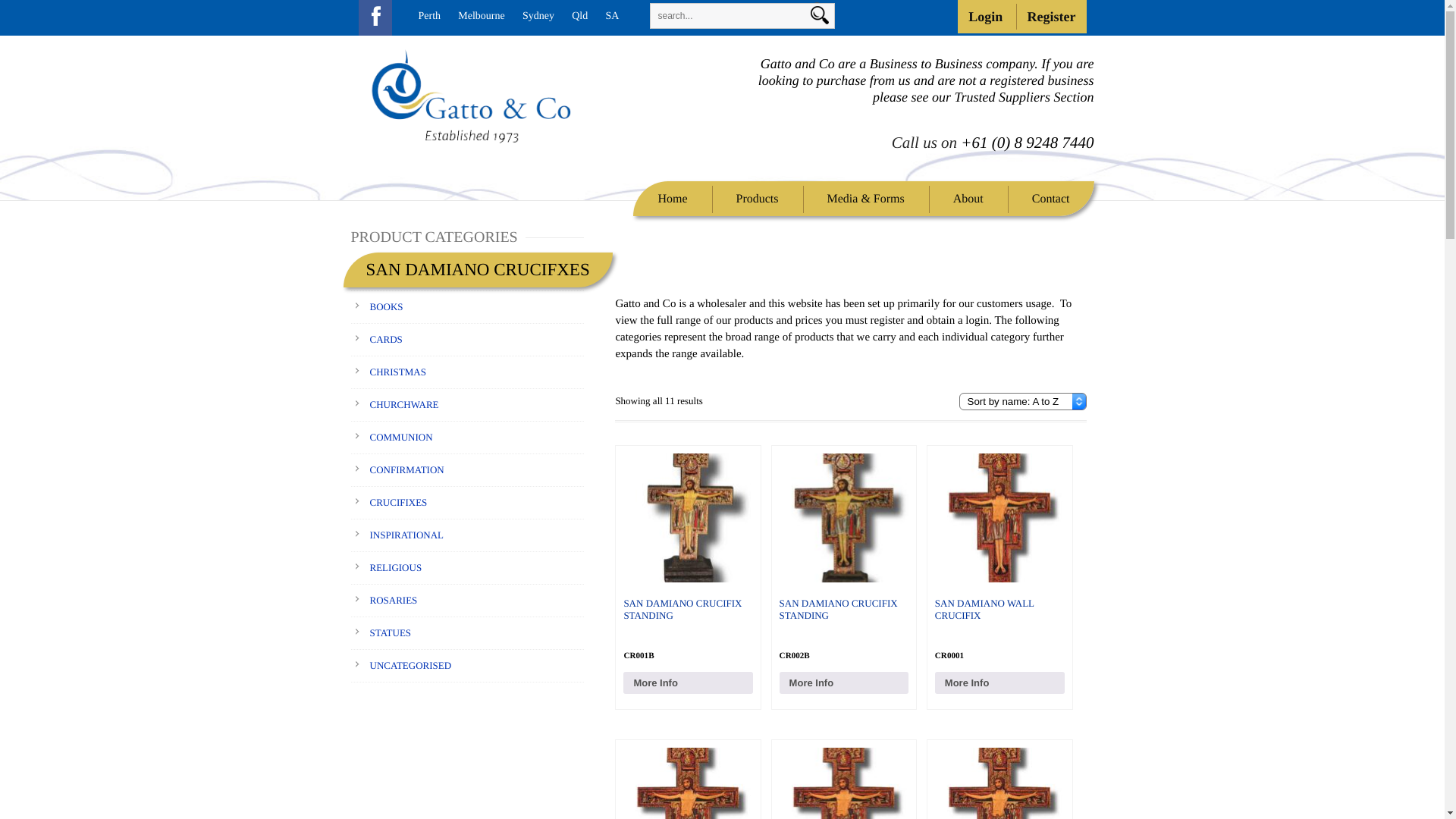 The image size is (1456, 819). Describe the element at coordinates (391, 632) in the screenshot. I see `'STATUES'` at that location.